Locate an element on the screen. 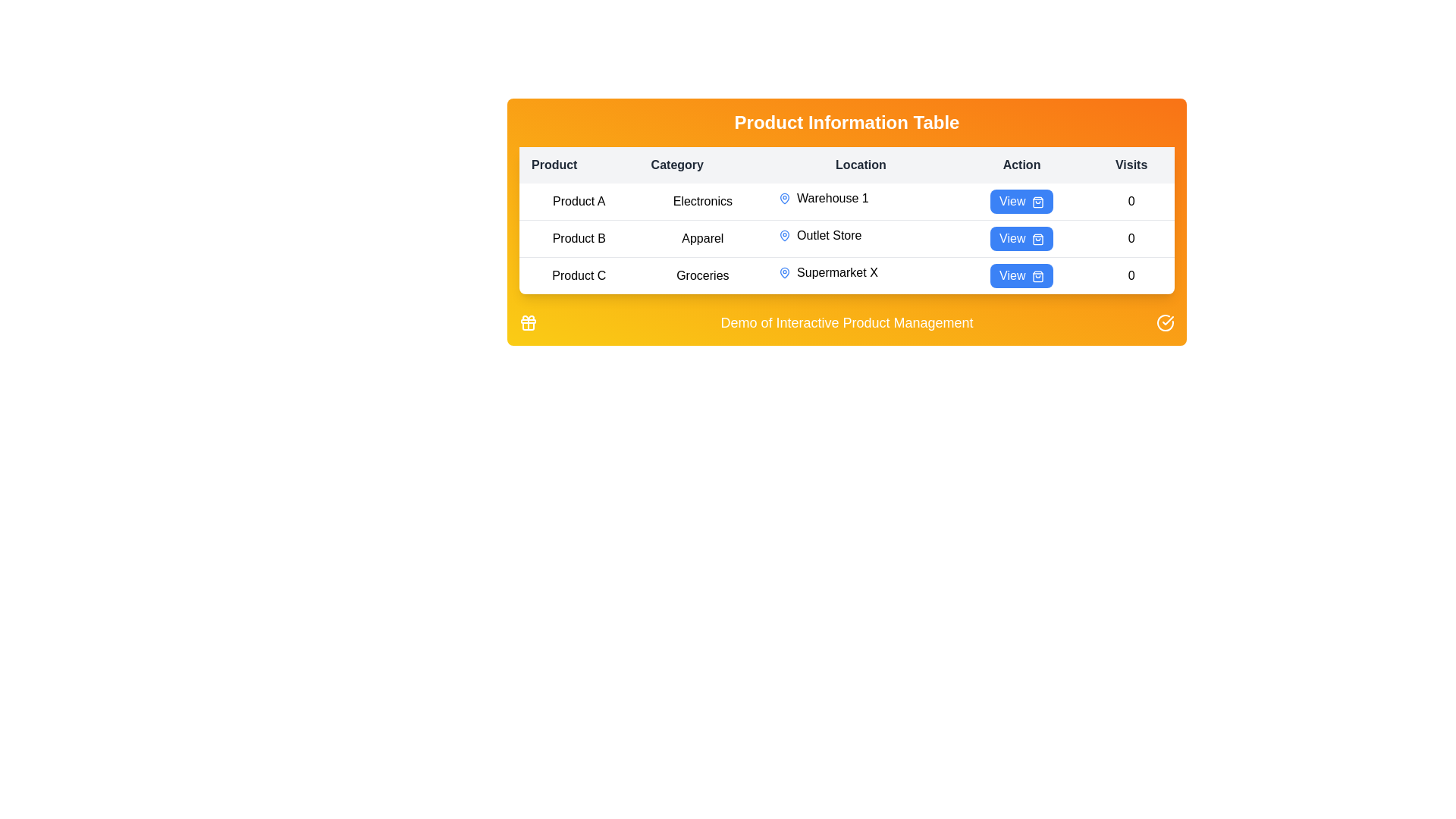  the third entry in the 'Product' column of the table, which serves as a label for identification, positioned to the left of 'Groceries' and aligned with 'Supermarket X' in the 'Location' column is located at coordinates (578, 275).